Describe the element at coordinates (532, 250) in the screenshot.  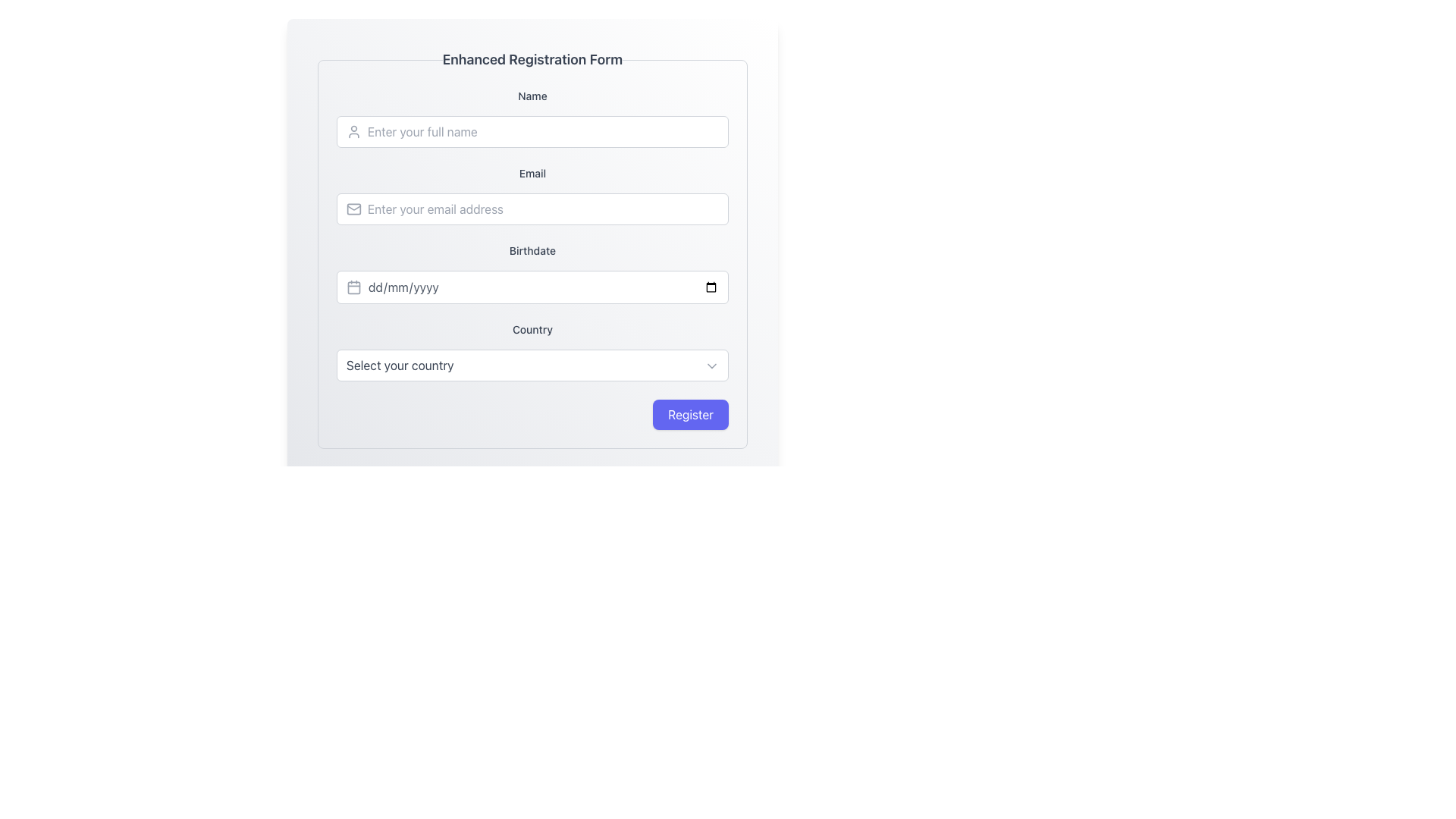
I see `text of the 'Birthdate' label displayed in gray above the date input field in the form layout` at that location.